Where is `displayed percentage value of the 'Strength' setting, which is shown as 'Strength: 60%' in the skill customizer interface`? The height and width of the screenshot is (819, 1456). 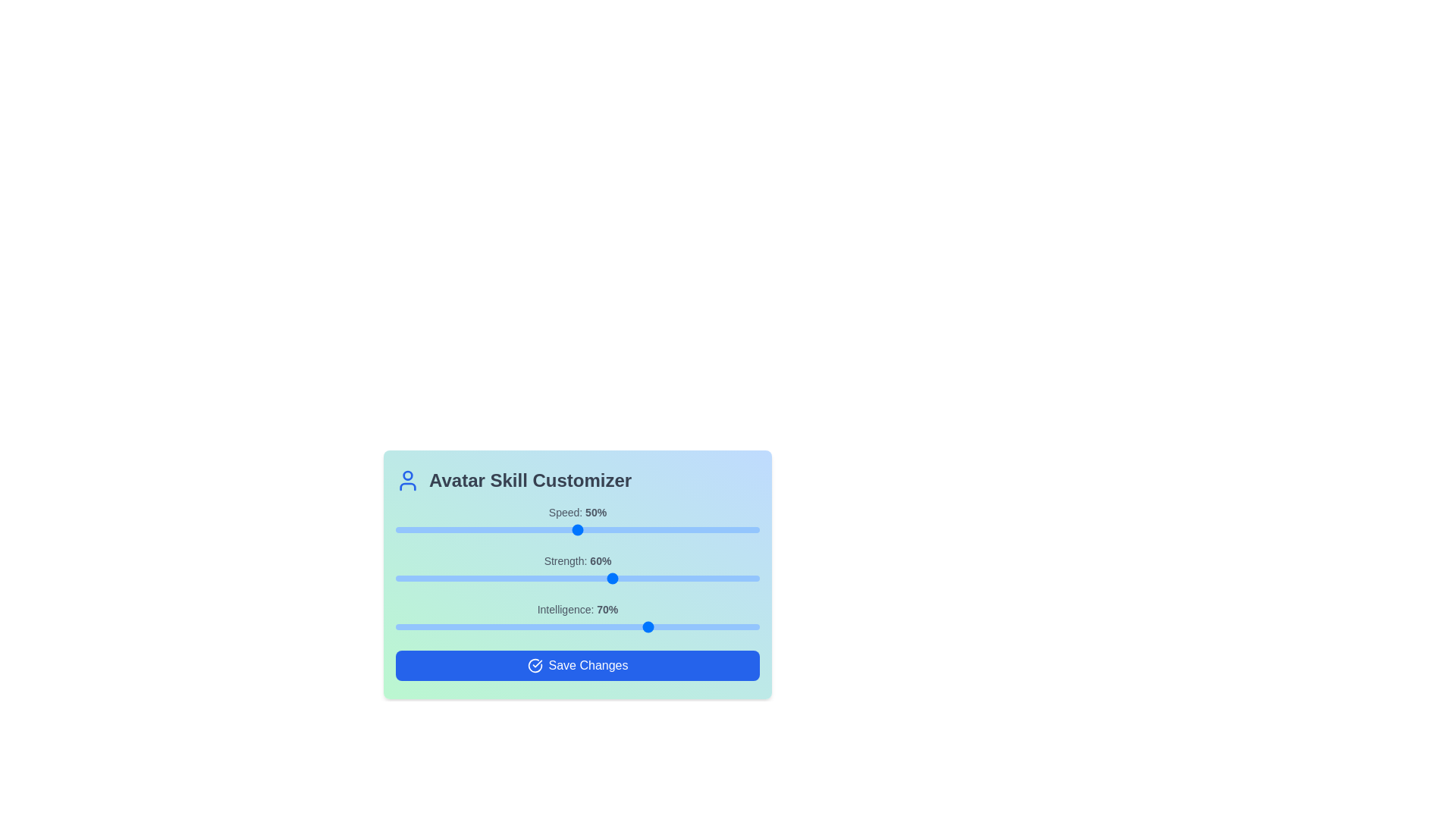
displayed percentage value of the 'Strength' setting, which is shown as 'Strength: 60%' in the skill customizer interface is located at coordinates (600, 561).